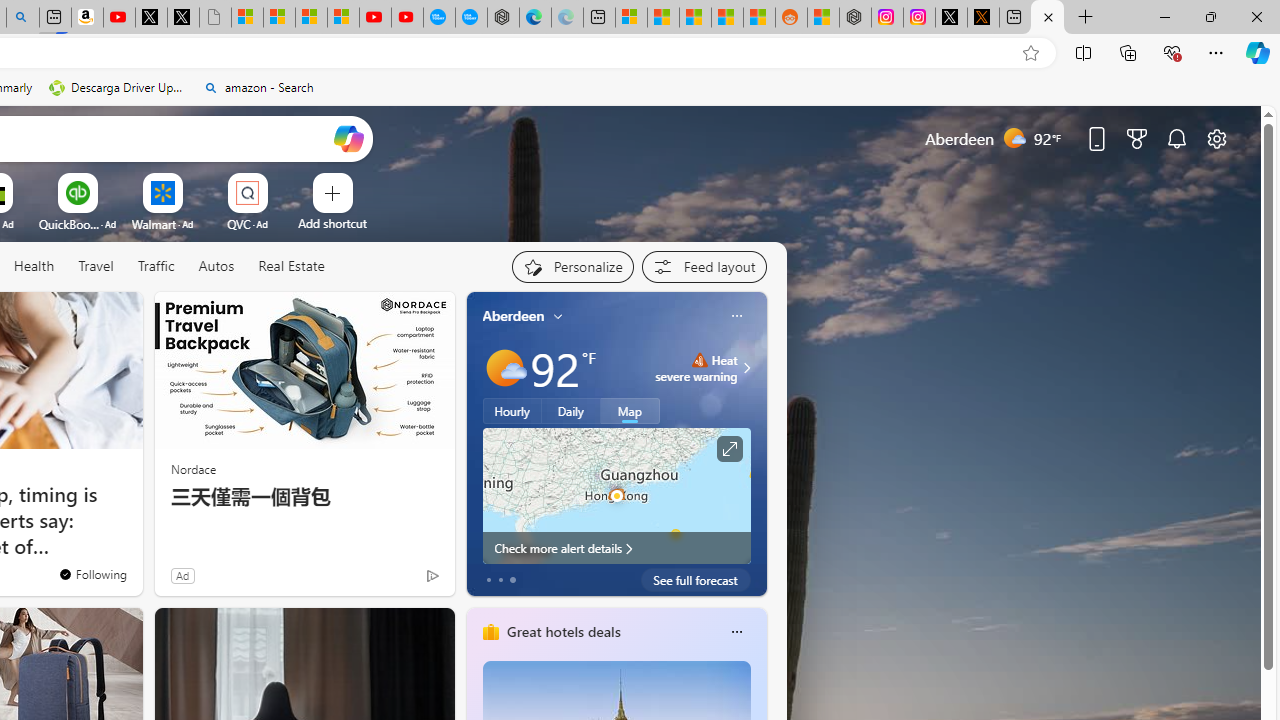 The height and width of the screenshot is (720, 1280). I want to click on 'Shanghai, China Weather trends | Microsoft Weather', so click(758, 17).